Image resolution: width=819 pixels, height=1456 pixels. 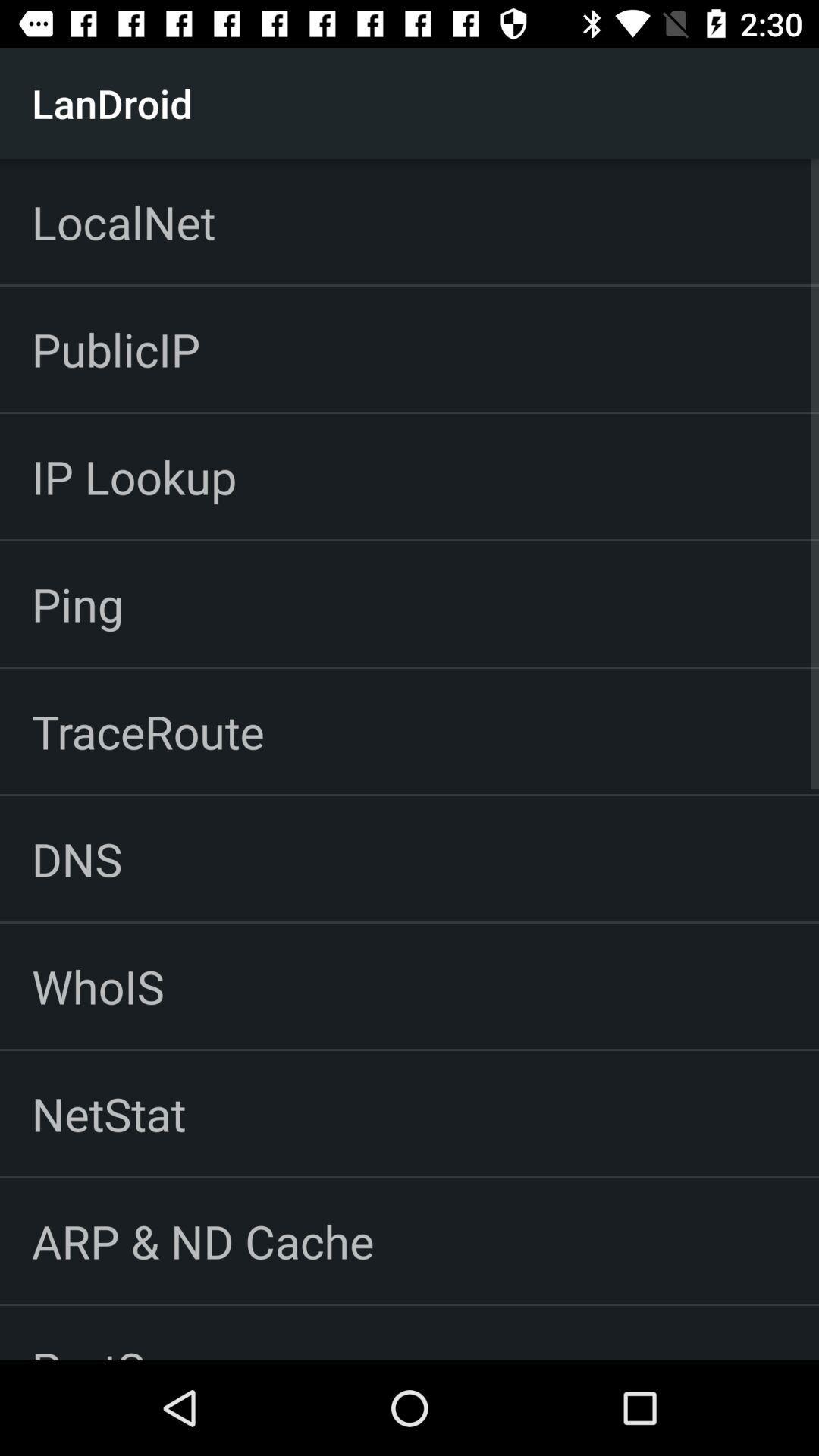 I want to click on ping, so click(x=77, y=603).